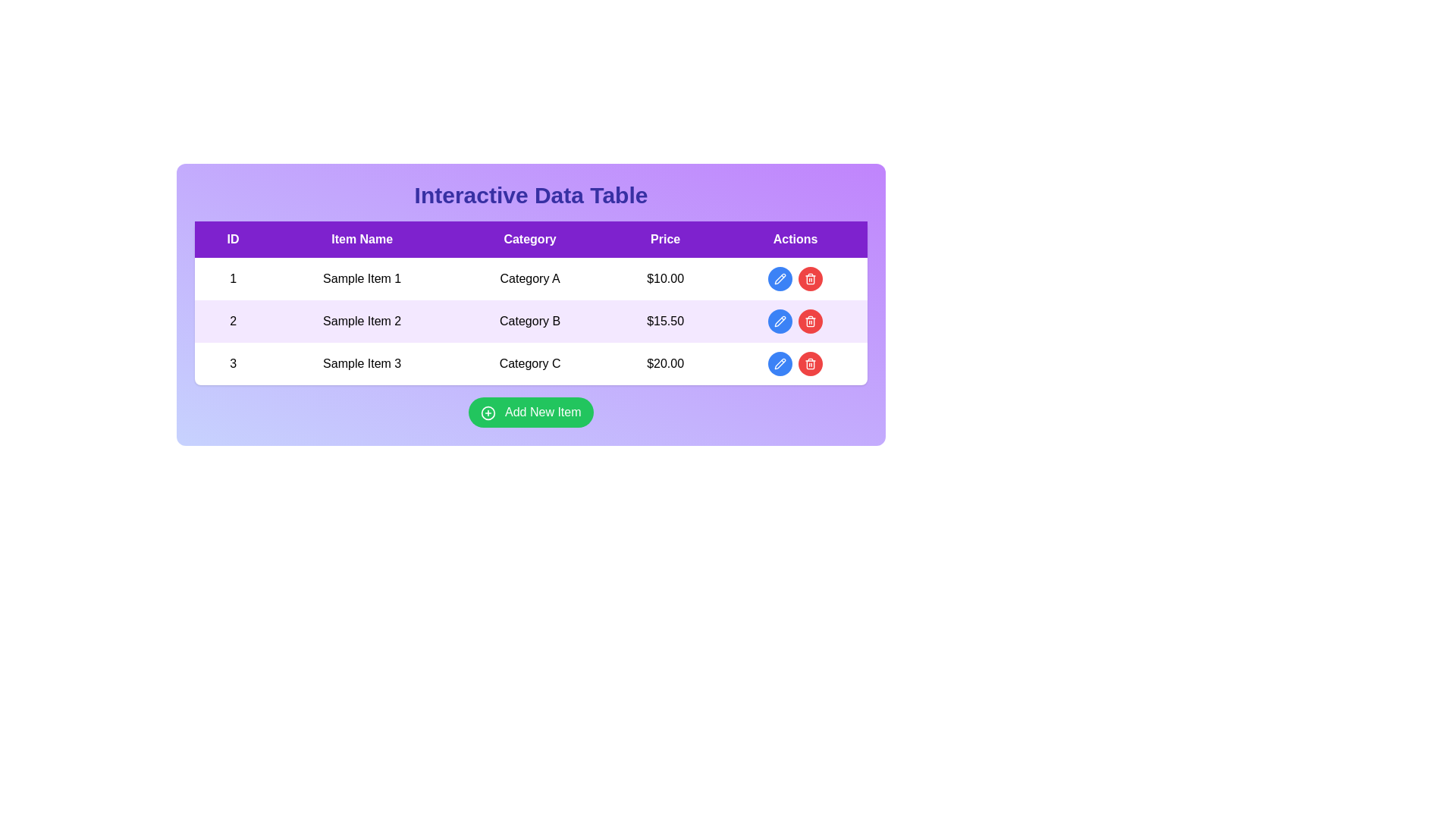 This screenshot has width=1456, height=819. Describe the element at coordinates (232, 363) in the screenshot. I see `the value from the label that identifies the current row` at that location.